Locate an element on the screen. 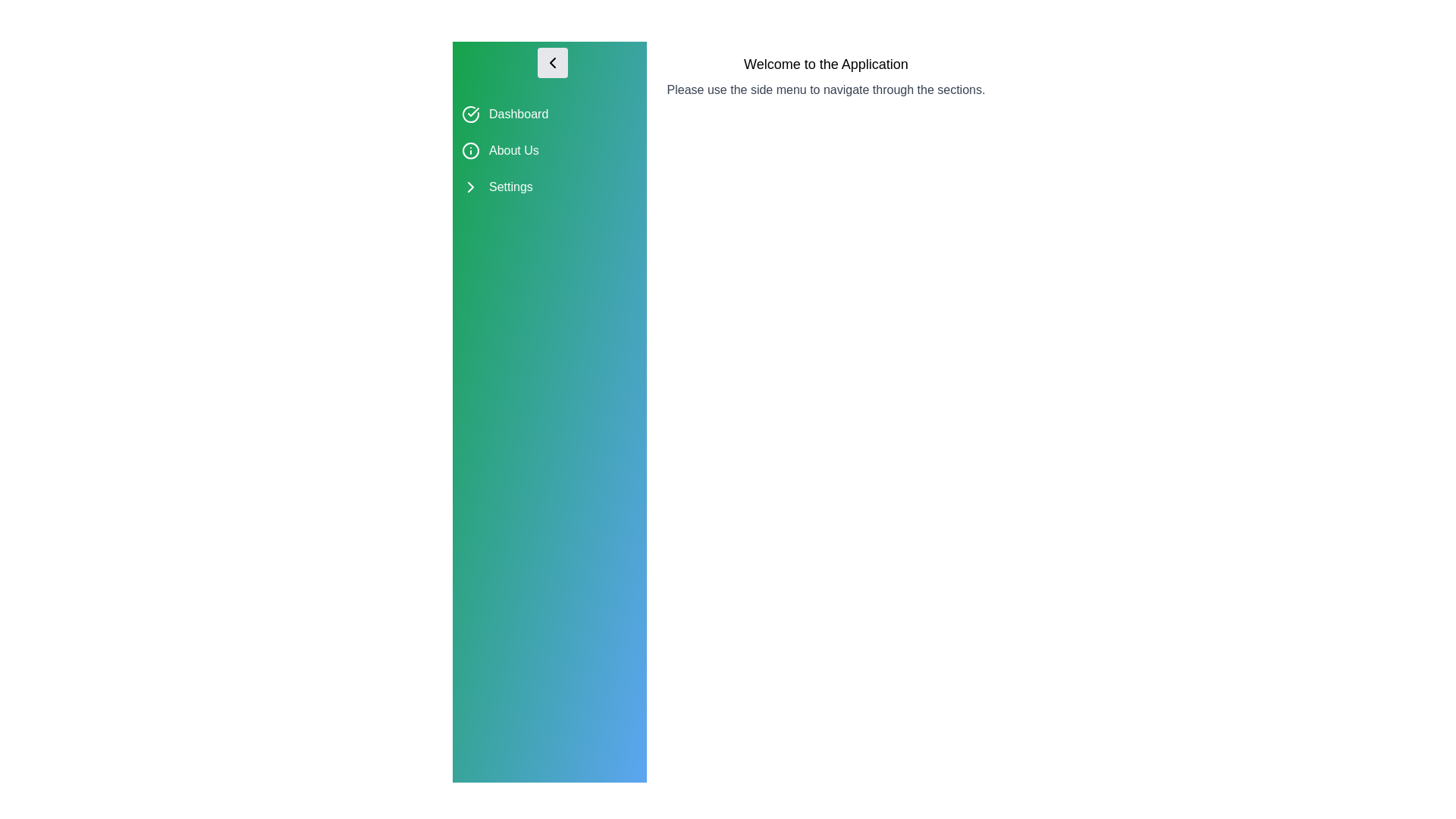 This screenshot has width=1456, height=819. the menu item Settings to select it is located at coordinates (548, 186).